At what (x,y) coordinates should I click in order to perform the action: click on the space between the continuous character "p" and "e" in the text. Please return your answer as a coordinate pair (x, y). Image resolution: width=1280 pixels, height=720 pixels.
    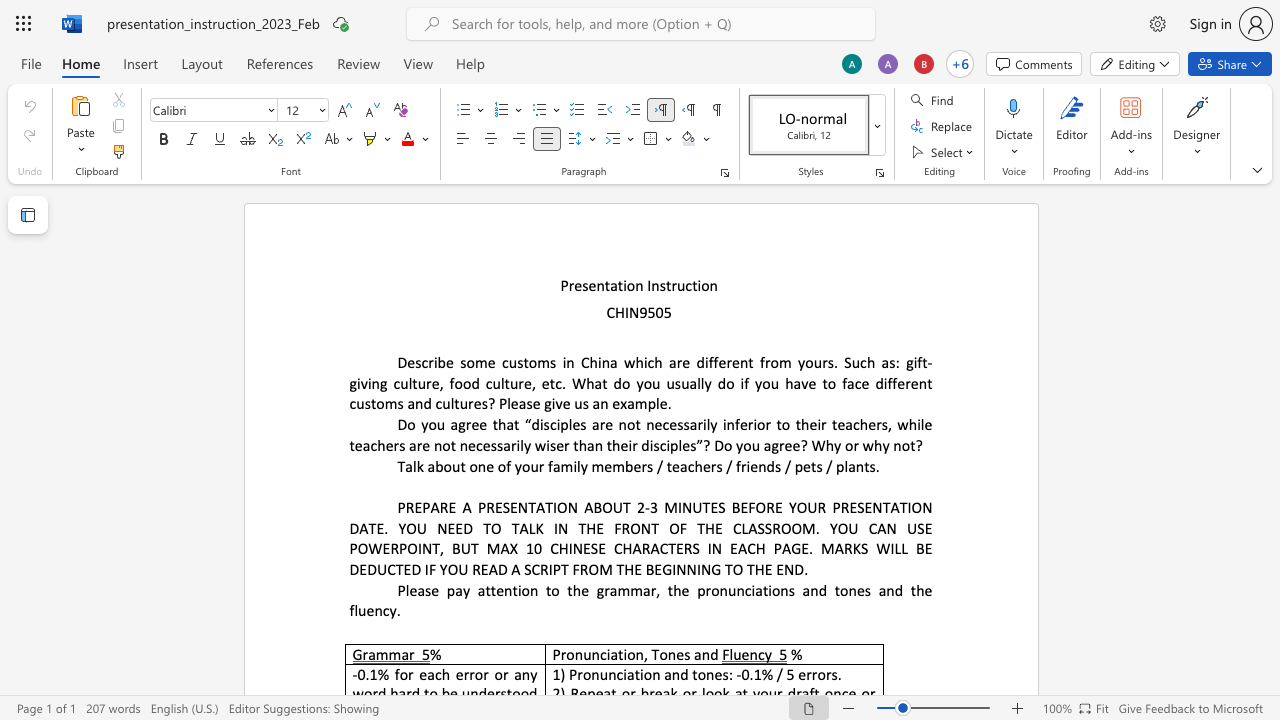
    Looking at the image, I should click on (802, 465).